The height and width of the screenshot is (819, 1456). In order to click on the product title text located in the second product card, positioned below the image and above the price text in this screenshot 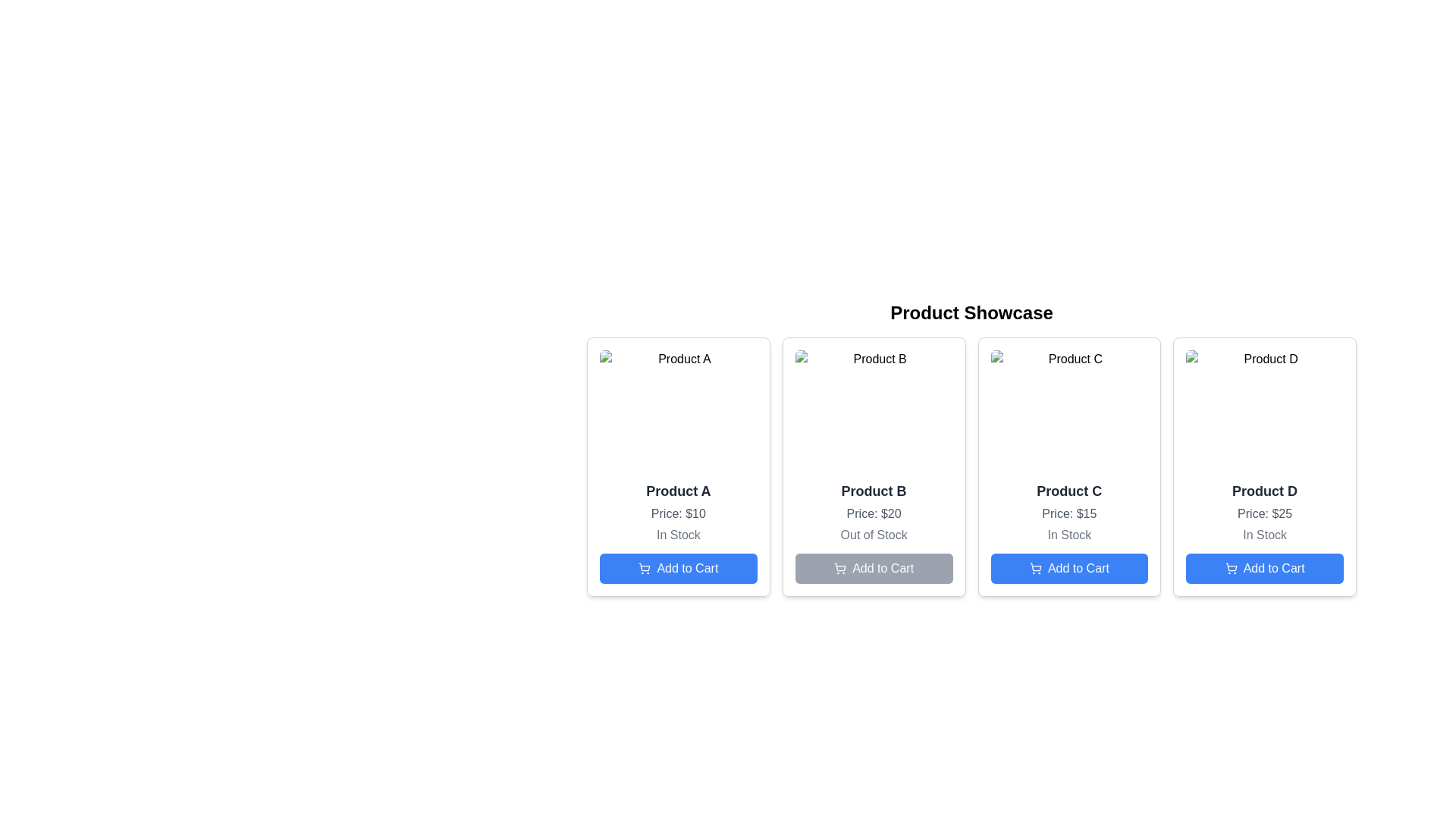, I will do `click(874, 491)`.